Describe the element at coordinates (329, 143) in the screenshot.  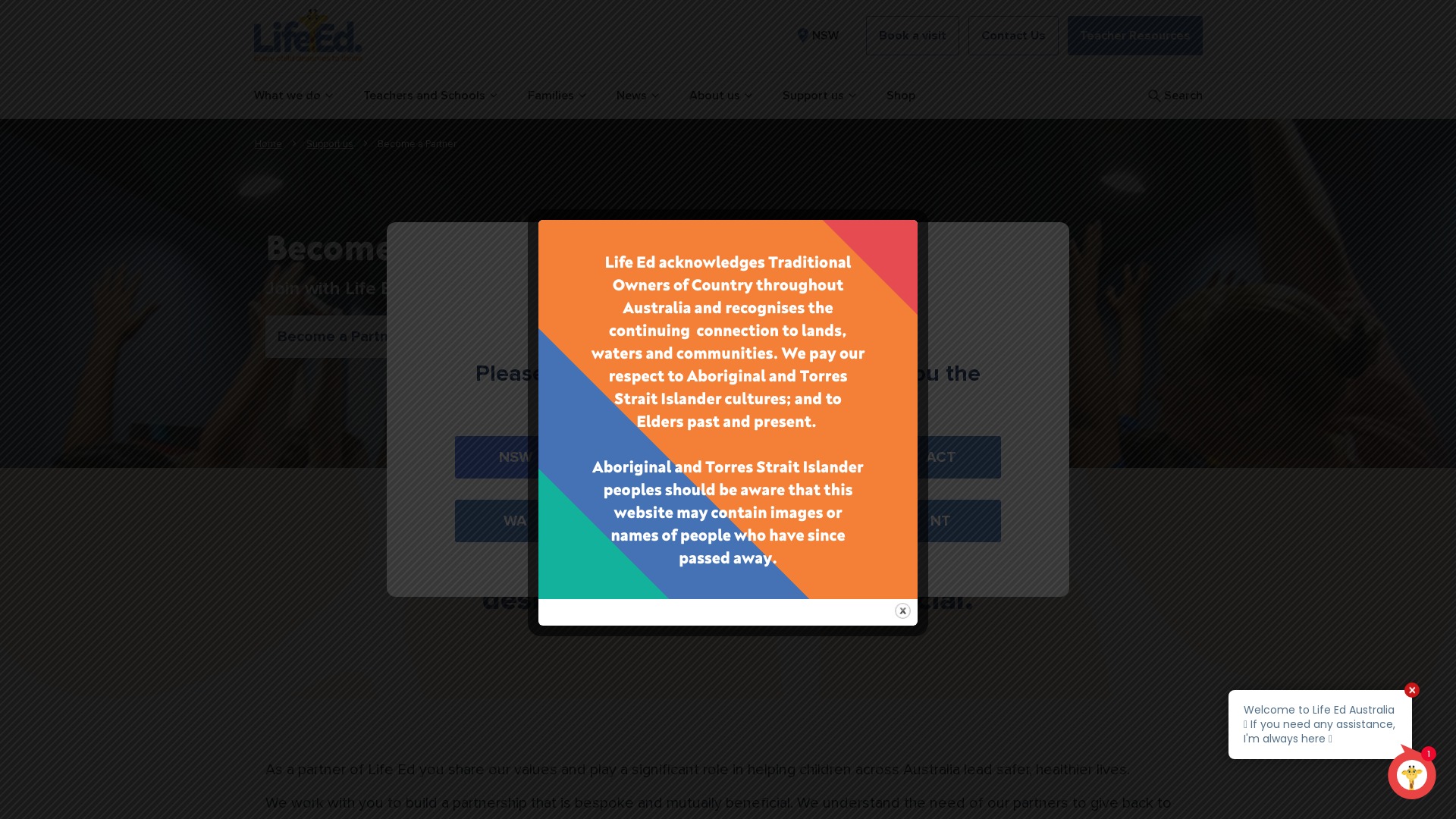
I see `'Support us'` at that location.